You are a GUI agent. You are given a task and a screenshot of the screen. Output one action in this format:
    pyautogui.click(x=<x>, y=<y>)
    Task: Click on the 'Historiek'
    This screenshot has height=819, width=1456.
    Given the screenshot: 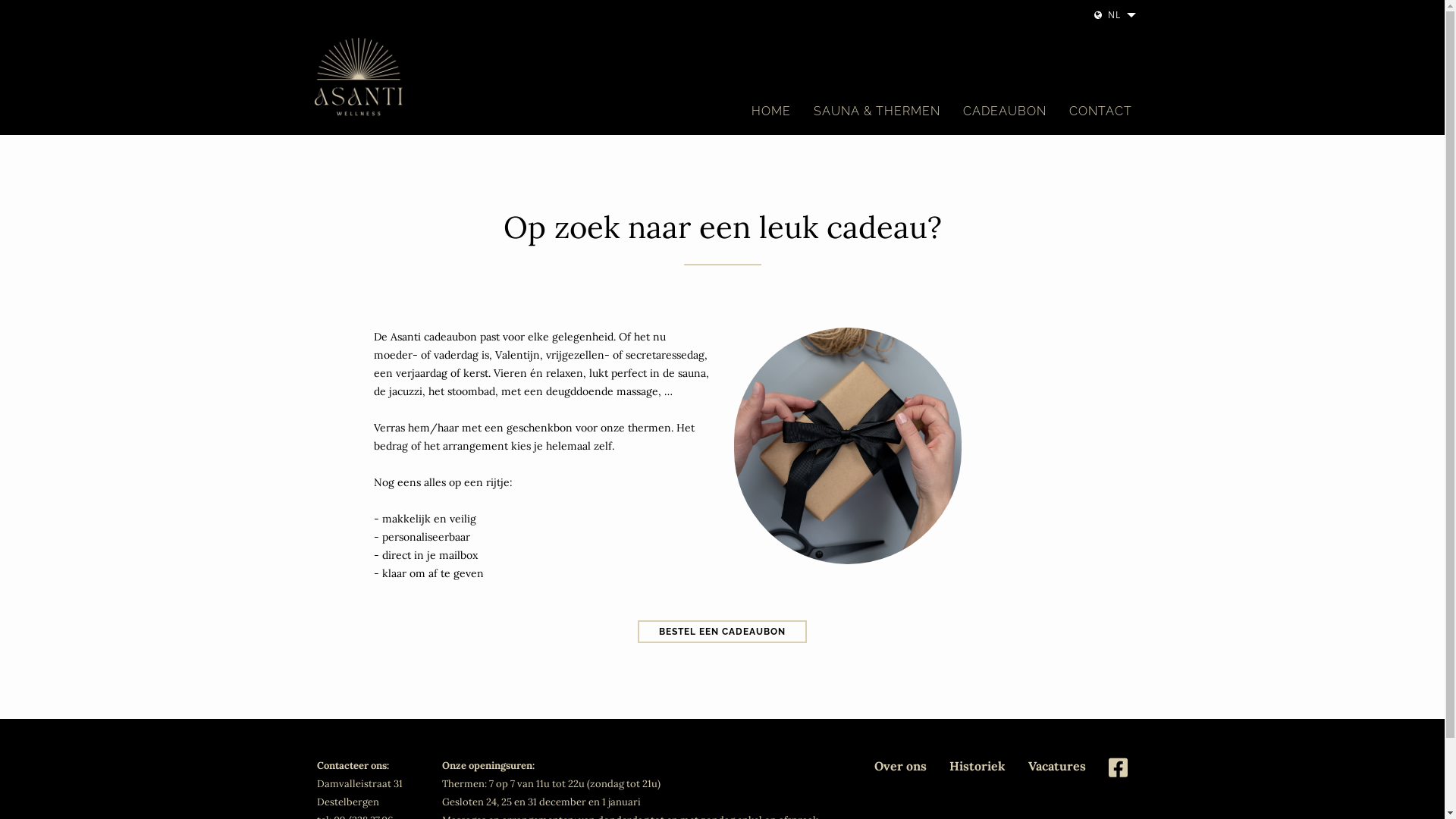 What is the action you would take?
    pyautogui.click(x=977, y=766)
    